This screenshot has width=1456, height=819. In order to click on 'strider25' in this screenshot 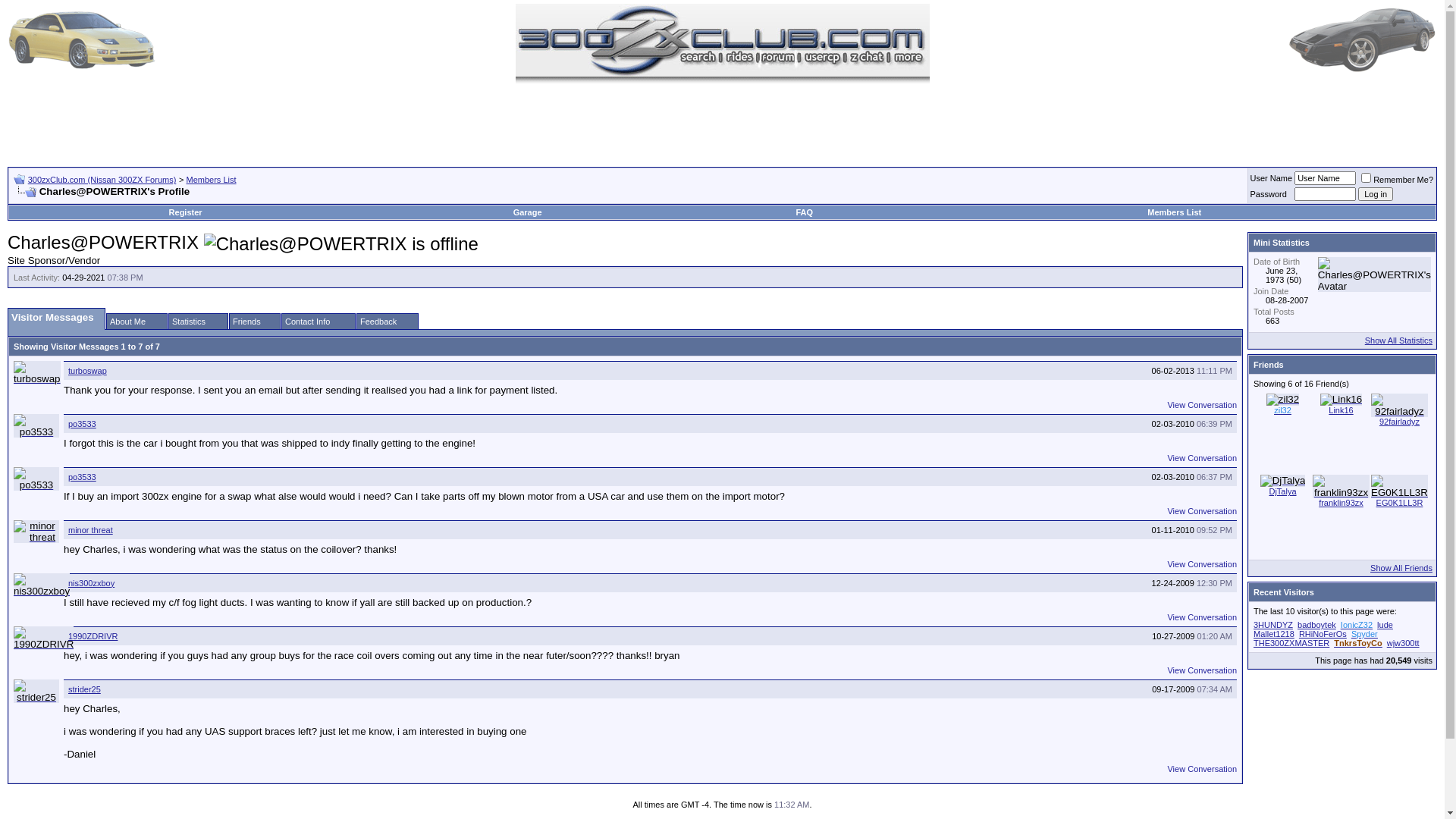, I will do `click(36, 691)`.